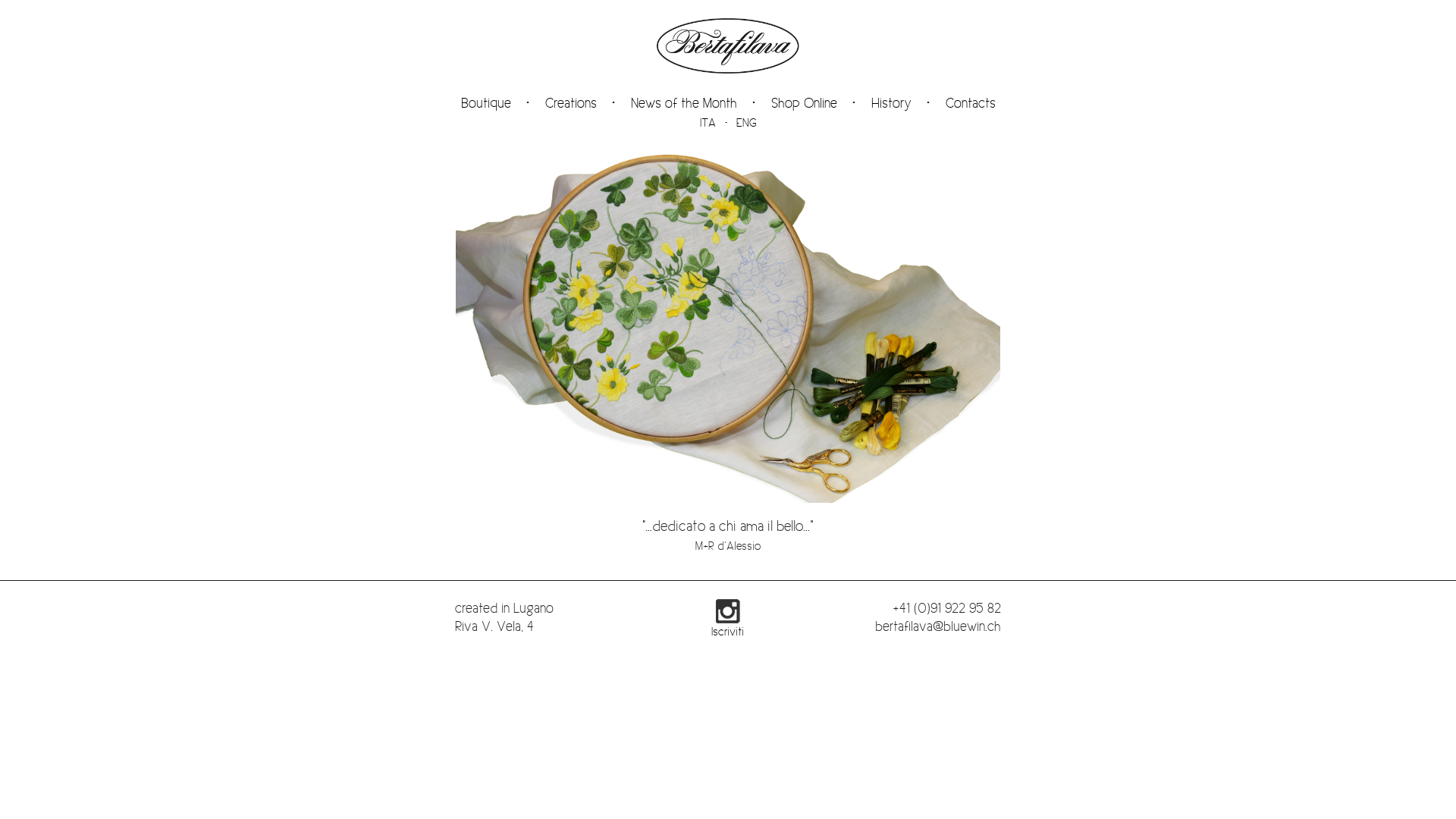  I want to click on 'ITA', so click(698, 122).